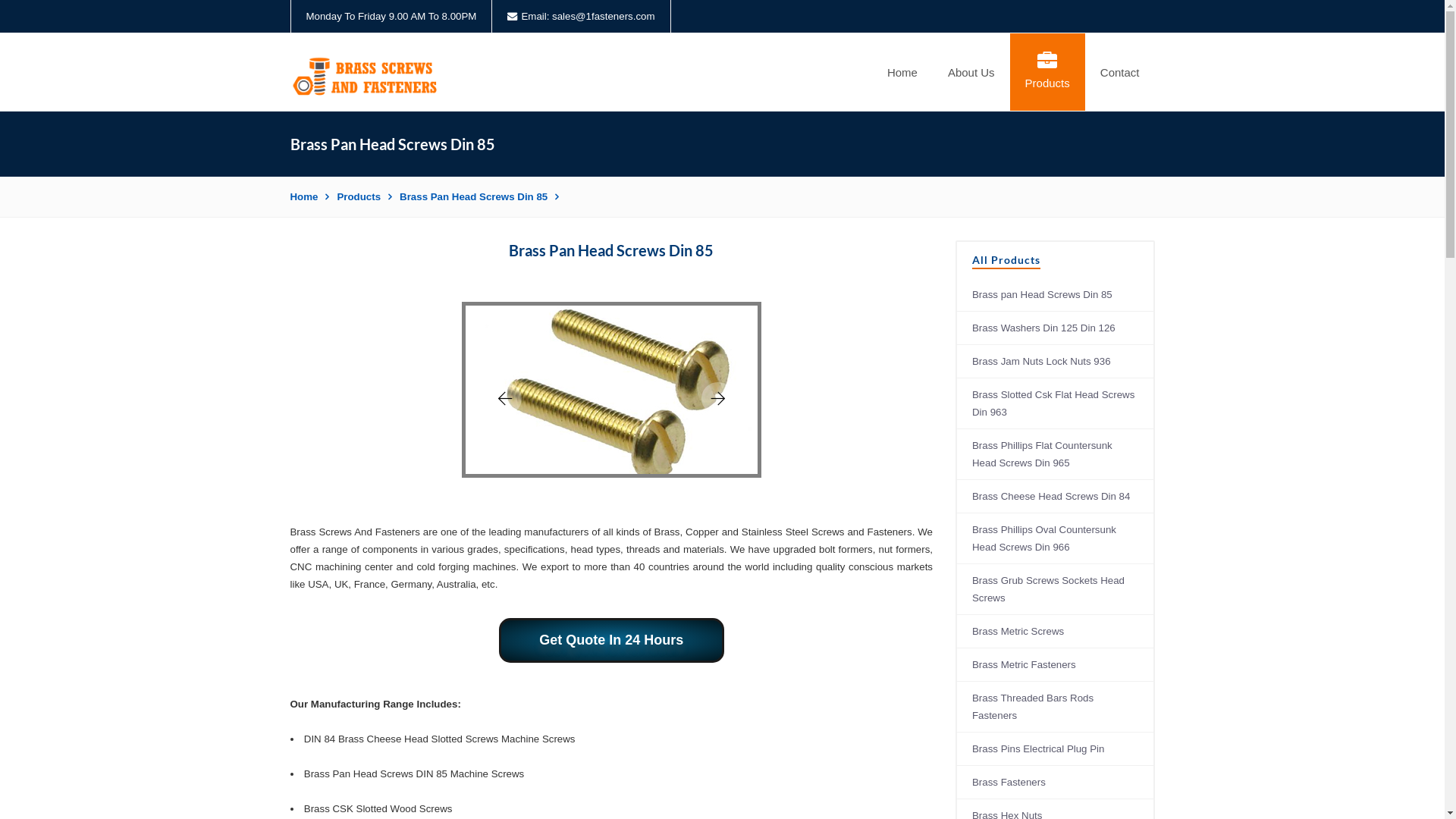 The height and width of the screenshot is (819, 1456). What do you see at coordinates (309, 196) in the screenshot?
I see `'Home'` at bounding box center [309, 196].